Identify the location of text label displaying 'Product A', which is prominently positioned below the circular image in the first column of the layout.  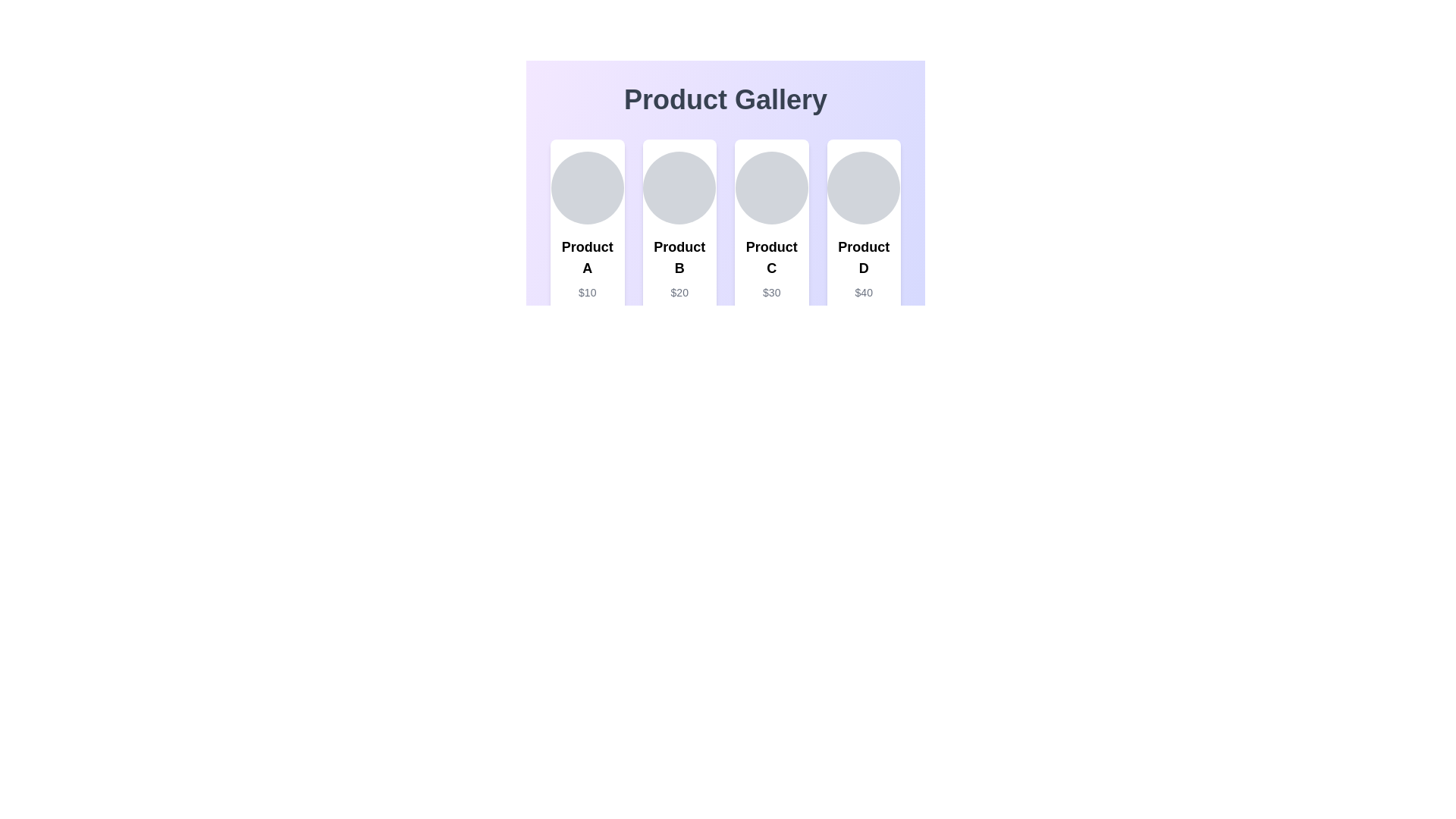
(586, 256).